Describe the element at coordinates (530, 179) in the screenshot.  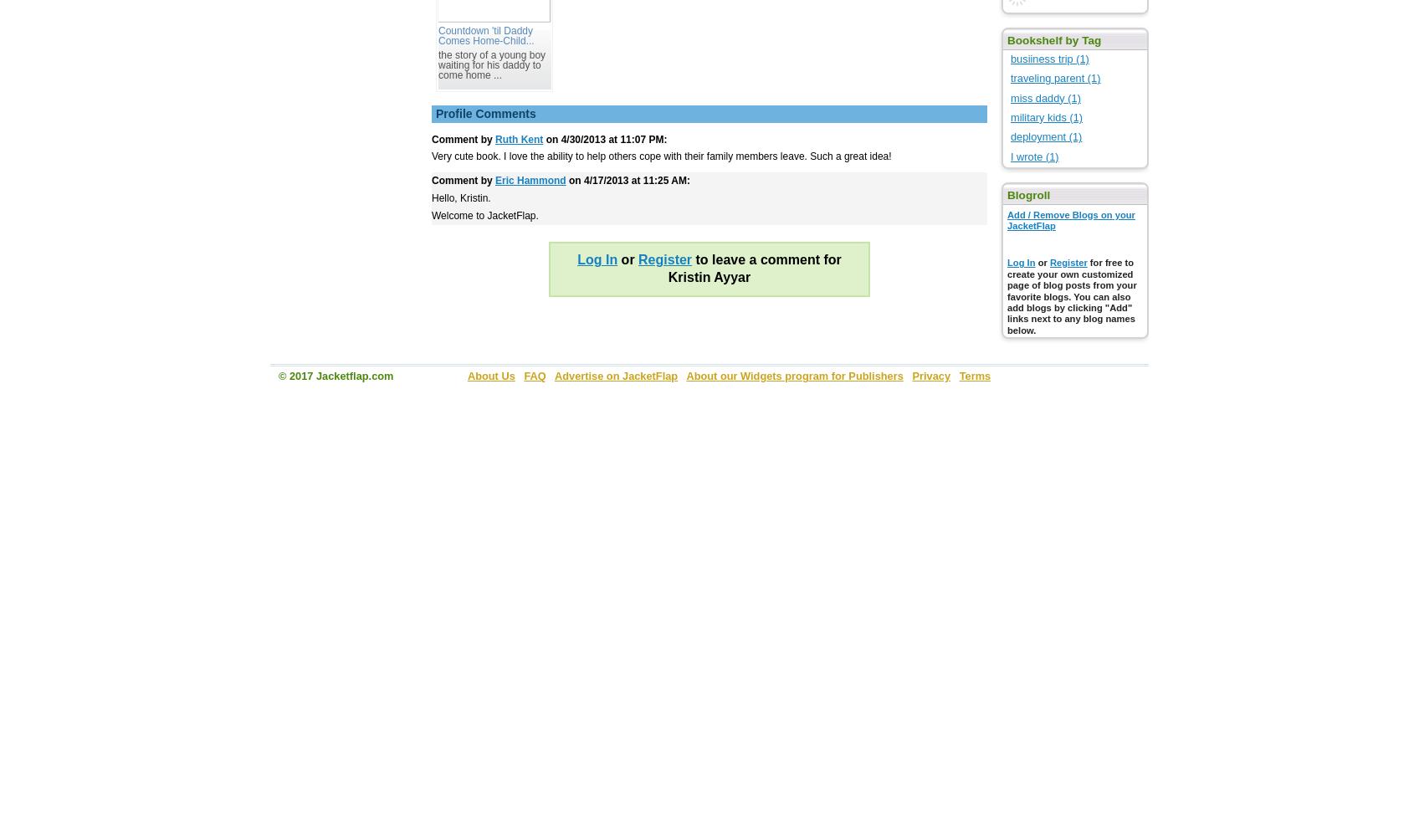
I see `'Eric Hammond'` at that location.